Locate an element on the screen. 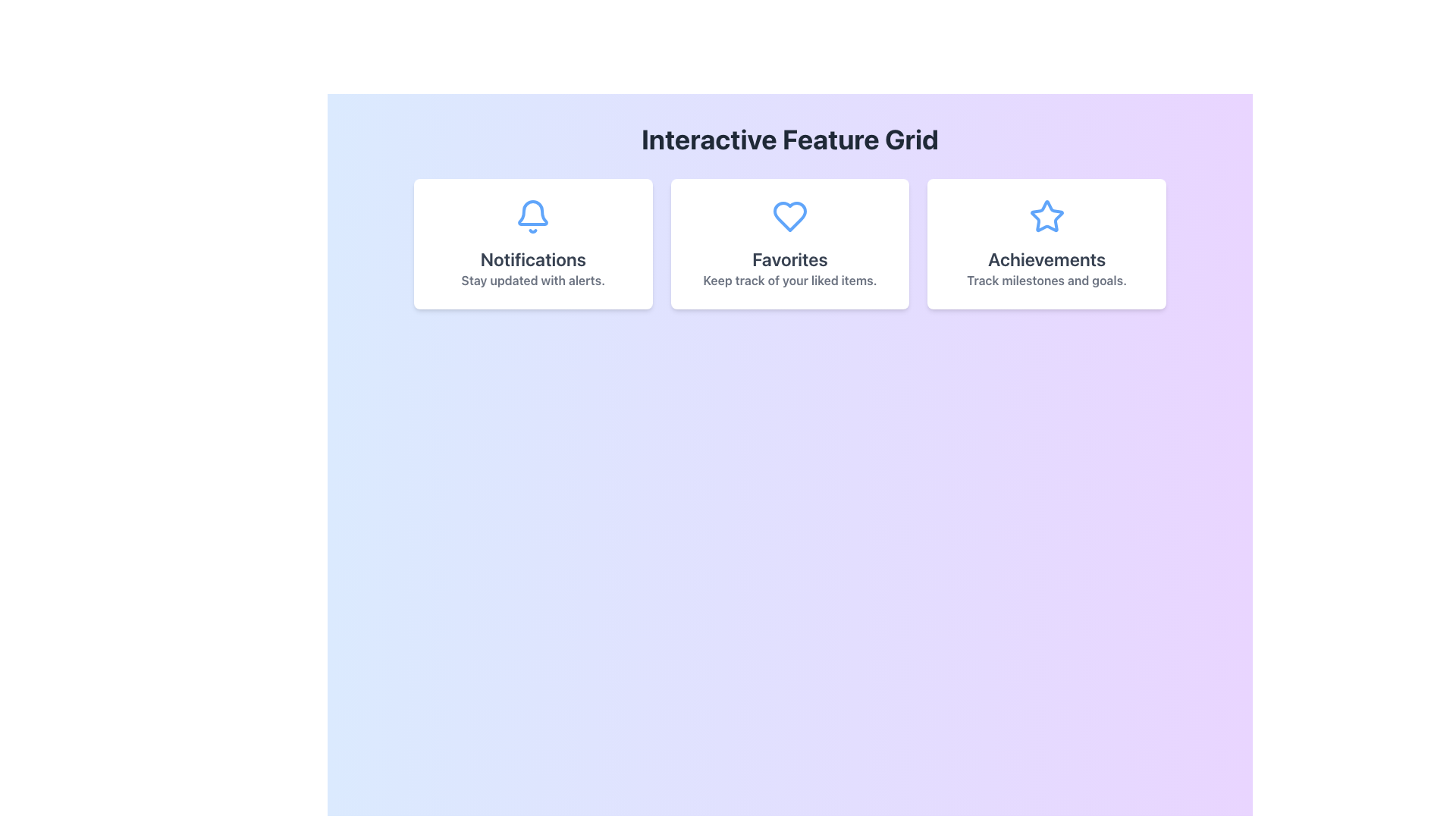 This screenshot has height=819, width=1456. the decorative 'Achievements' icon located in the rightmost card of the 'Interactive Feature Grid' is located at coordinates (1046, 216).